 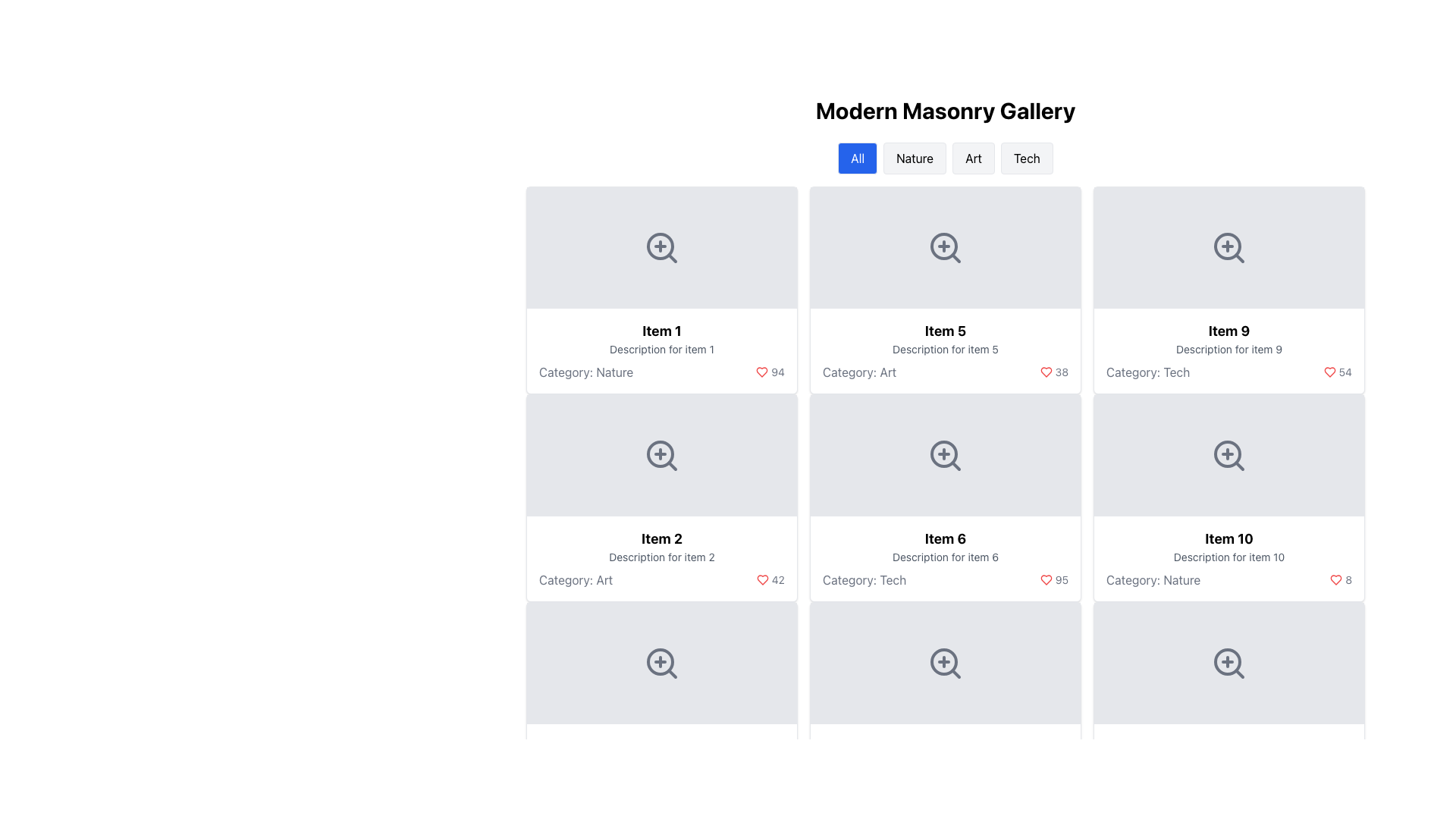 What do you see at coordinates (945, 579) in the screenshot?
I see `number '95' displayed in light gray color under the 'Item 6' card, which includes the text 'Category: Tech' and a red heart icon` at bounding box center [945, 579].